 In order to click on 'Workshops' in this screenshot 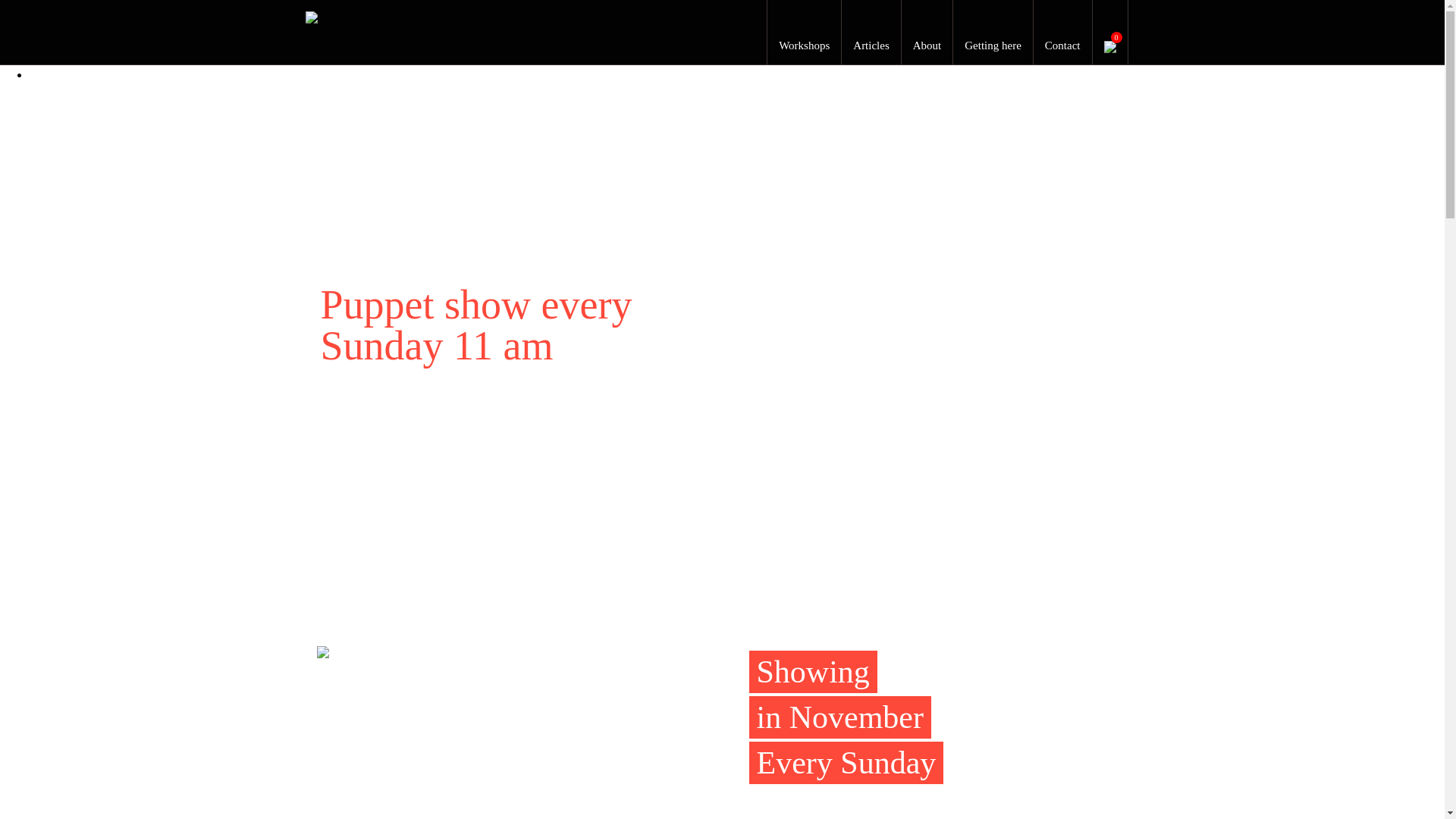, I will do `click(803, 45)`.